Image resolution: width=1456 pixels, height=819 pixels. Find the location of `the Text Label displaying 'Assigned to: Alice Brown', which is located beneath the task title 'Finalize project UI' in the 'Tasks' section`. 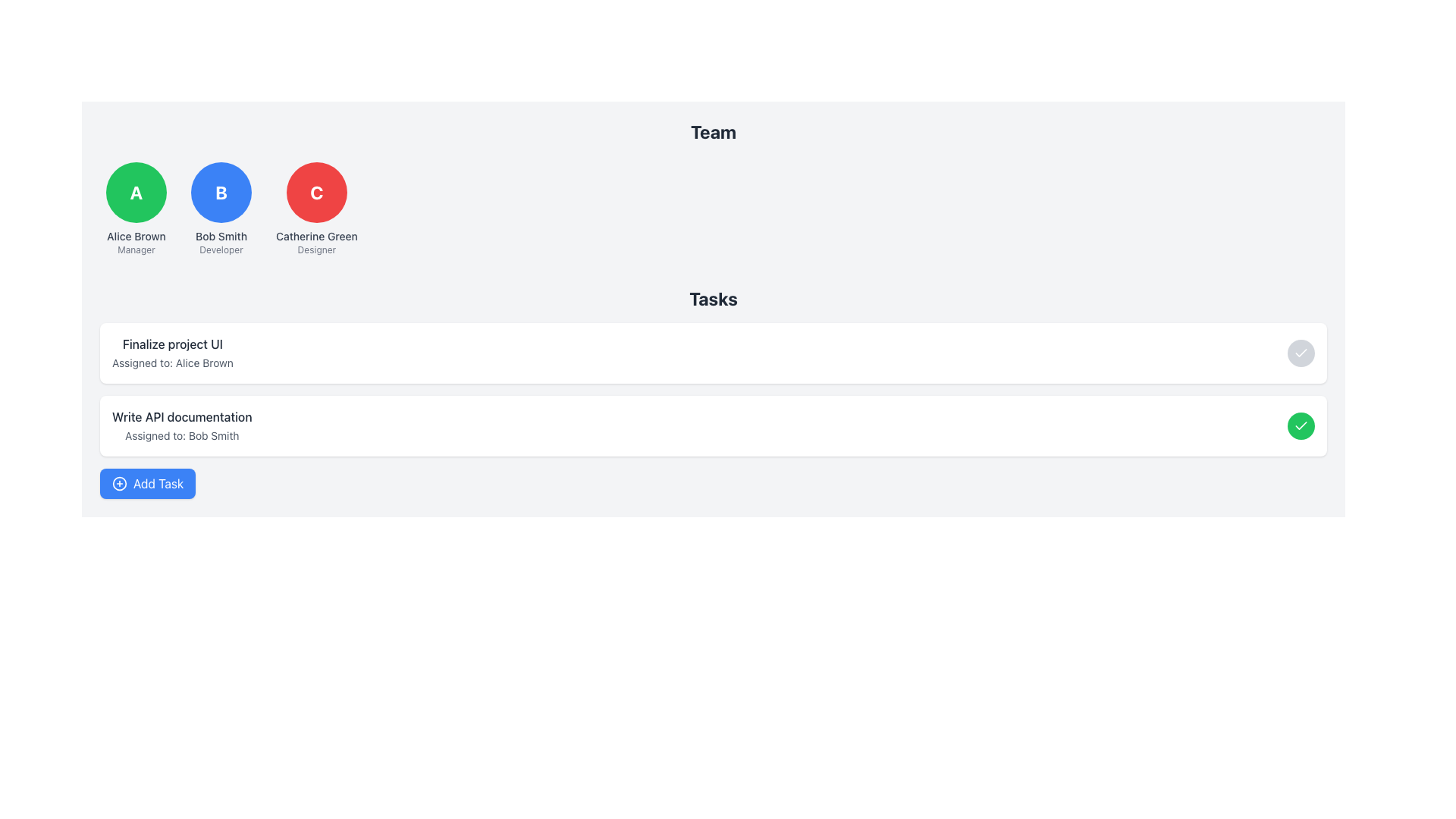

the Text Label displaying 'Assigned to: Alice Brown', which is located beneath the task title 'Finalize project UI' in the 'Tasks' section is located at coordinates (172, 362).